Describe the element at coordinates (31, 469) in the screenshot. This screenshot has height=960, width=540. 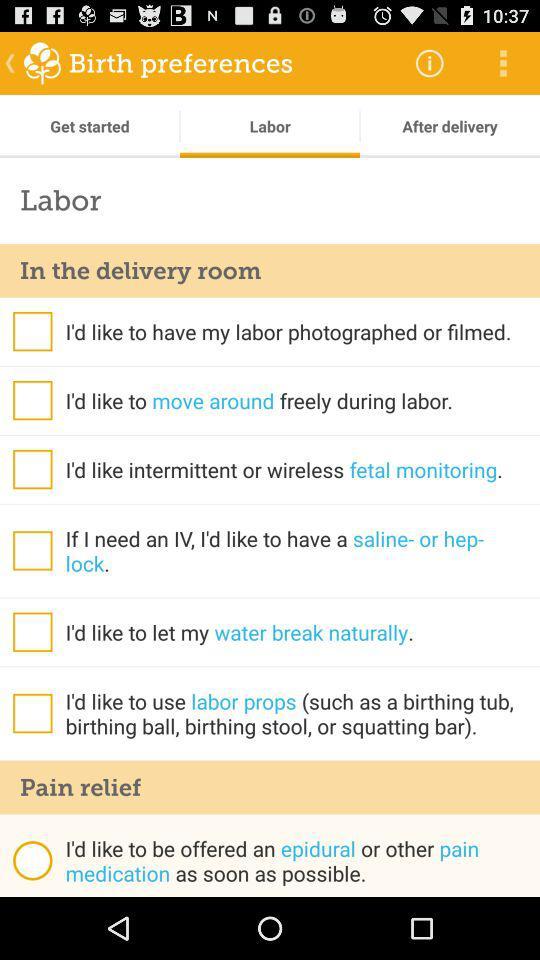
I see `check box` at that location.